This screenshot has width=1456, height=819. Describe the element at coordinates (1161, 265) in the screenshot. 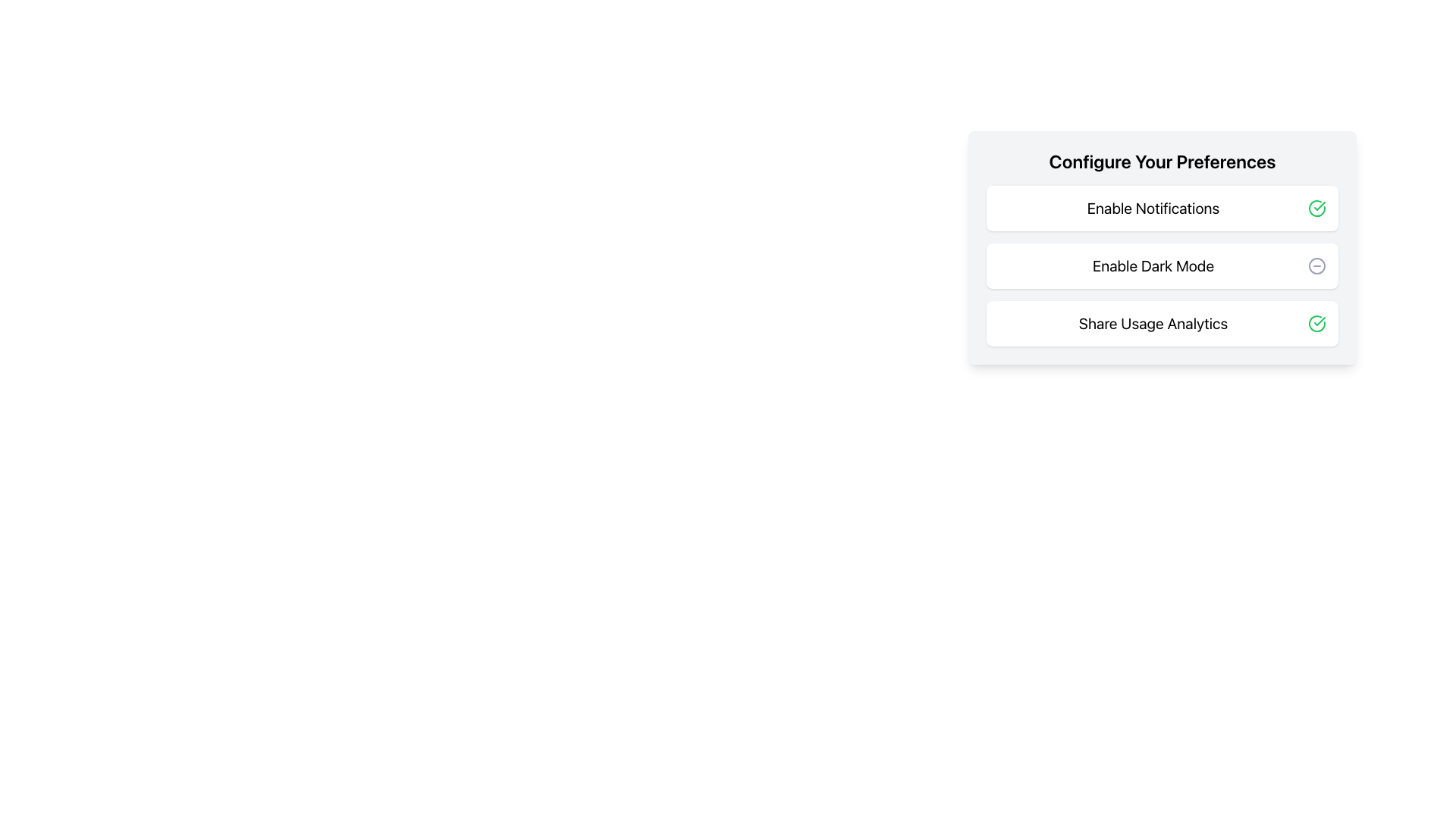

I see `the vertical list containing interactive items, including 'Enable Notifications,' 'Enable Dark Mode,' and 'Share Usage Analytics'` at that location.